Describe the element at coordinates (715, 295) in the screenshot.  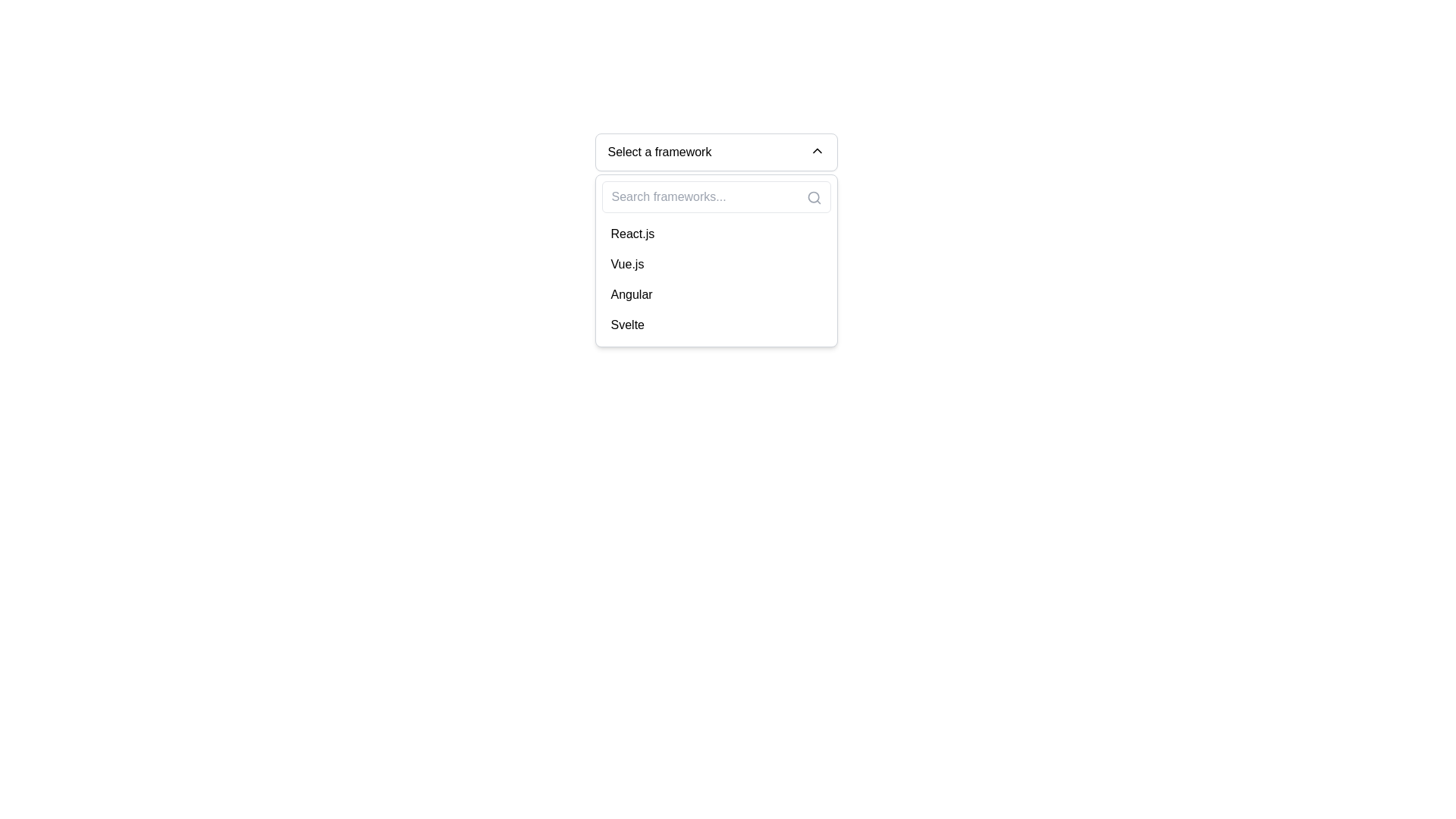
I see `the 'Angular' option in the dropdown menu` at that location.